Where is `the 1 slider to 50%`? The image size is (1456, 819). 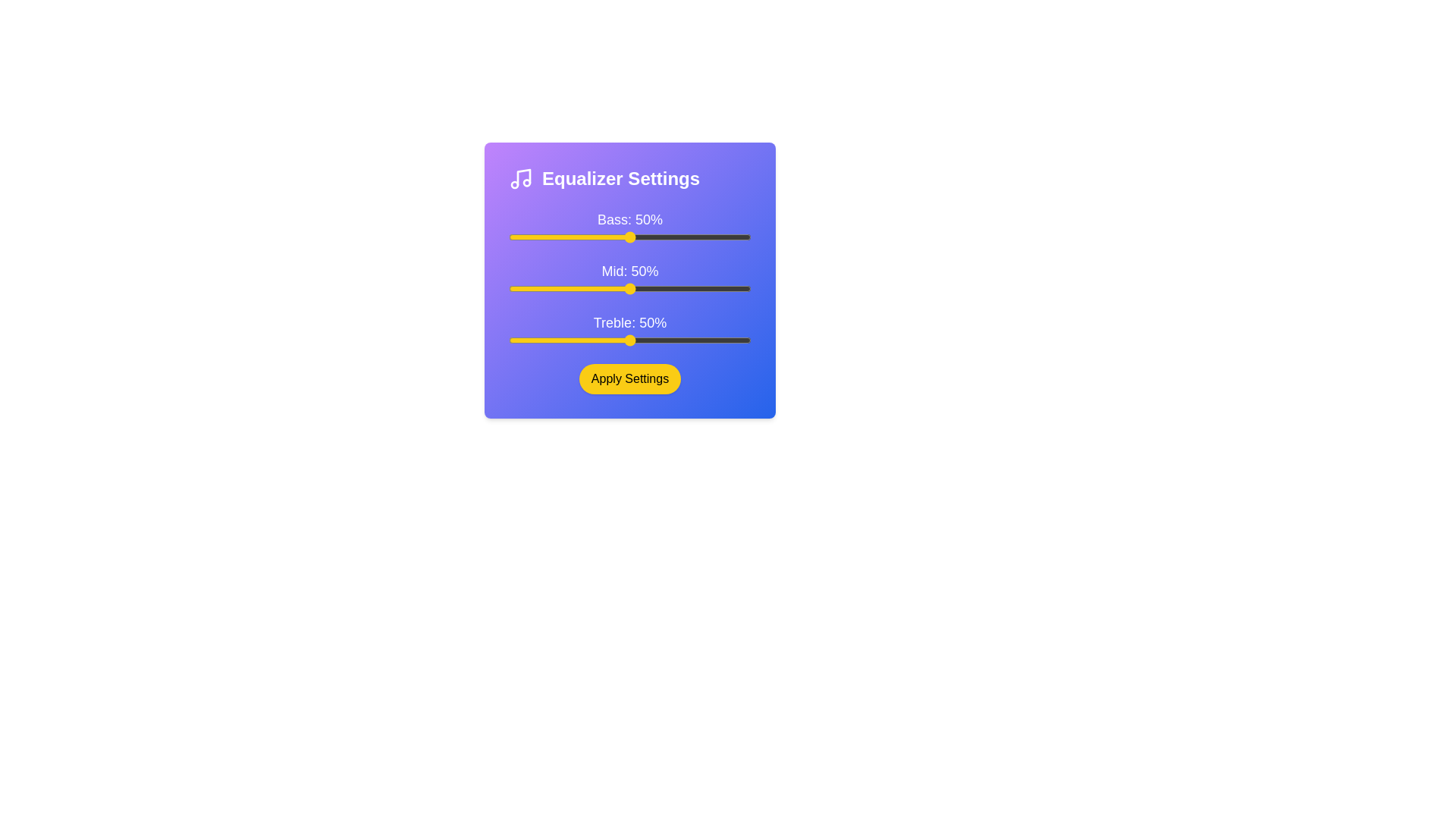
the 1 slider to 50% is located at coordinates (751, 289).